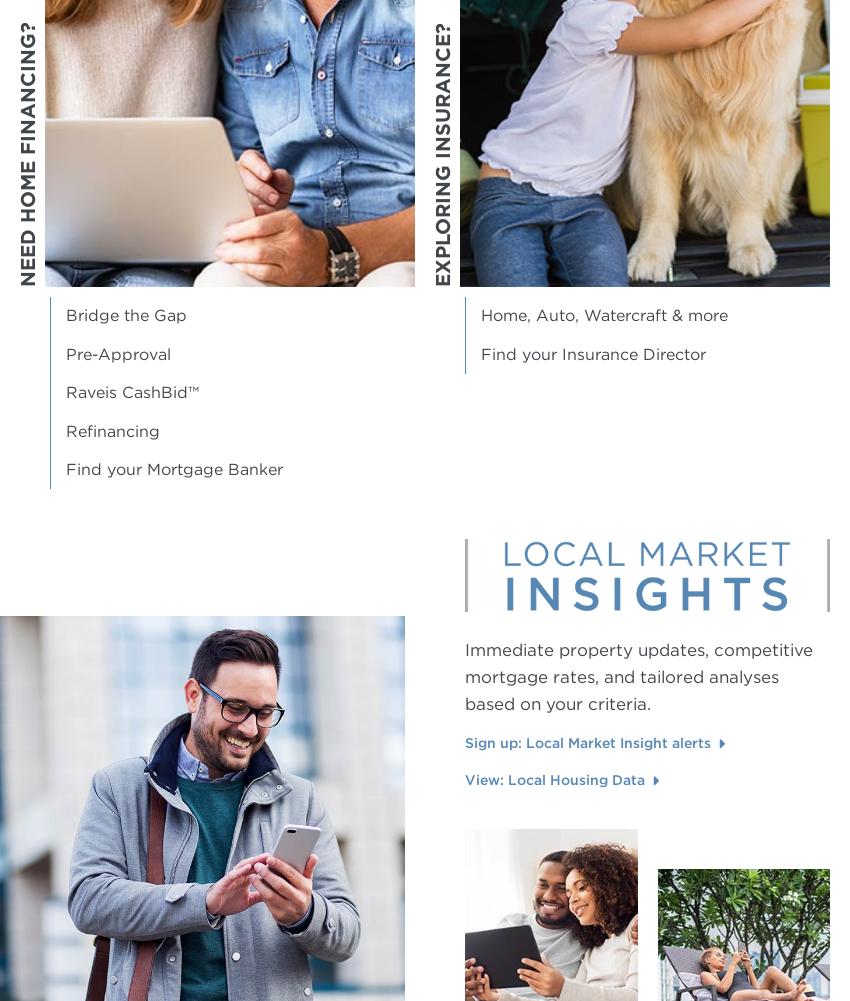 Image resolution: width=850 pixels, height=1001 pixels. Describe the element at coordinates (14, 154) in the screenshot. I see `'Need Home Financing?'` at that location.